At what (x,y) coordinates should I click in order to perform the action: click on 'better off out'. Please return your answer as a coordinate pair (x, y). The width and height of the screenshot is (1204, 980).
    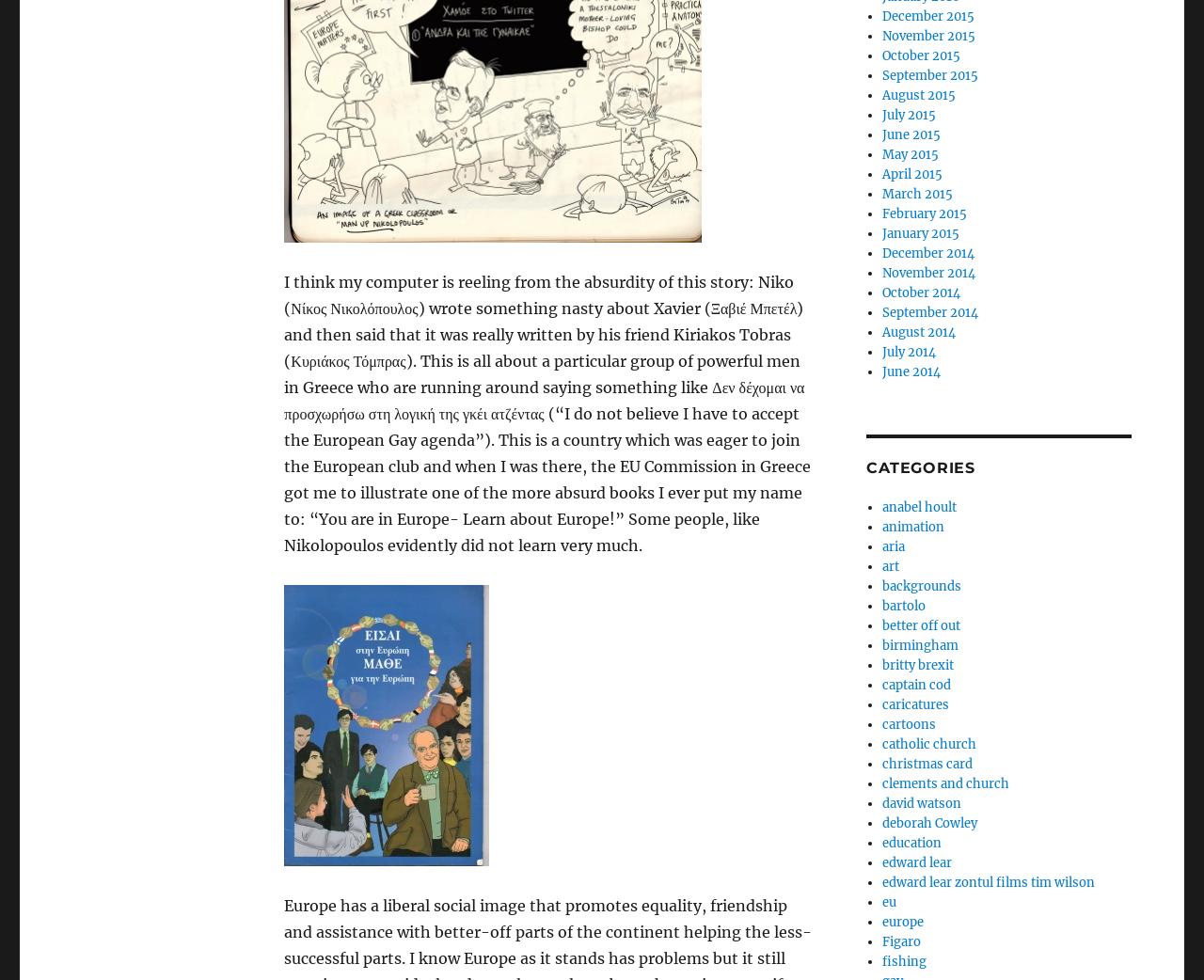
    Looking at the image, I should click on (920, 625).